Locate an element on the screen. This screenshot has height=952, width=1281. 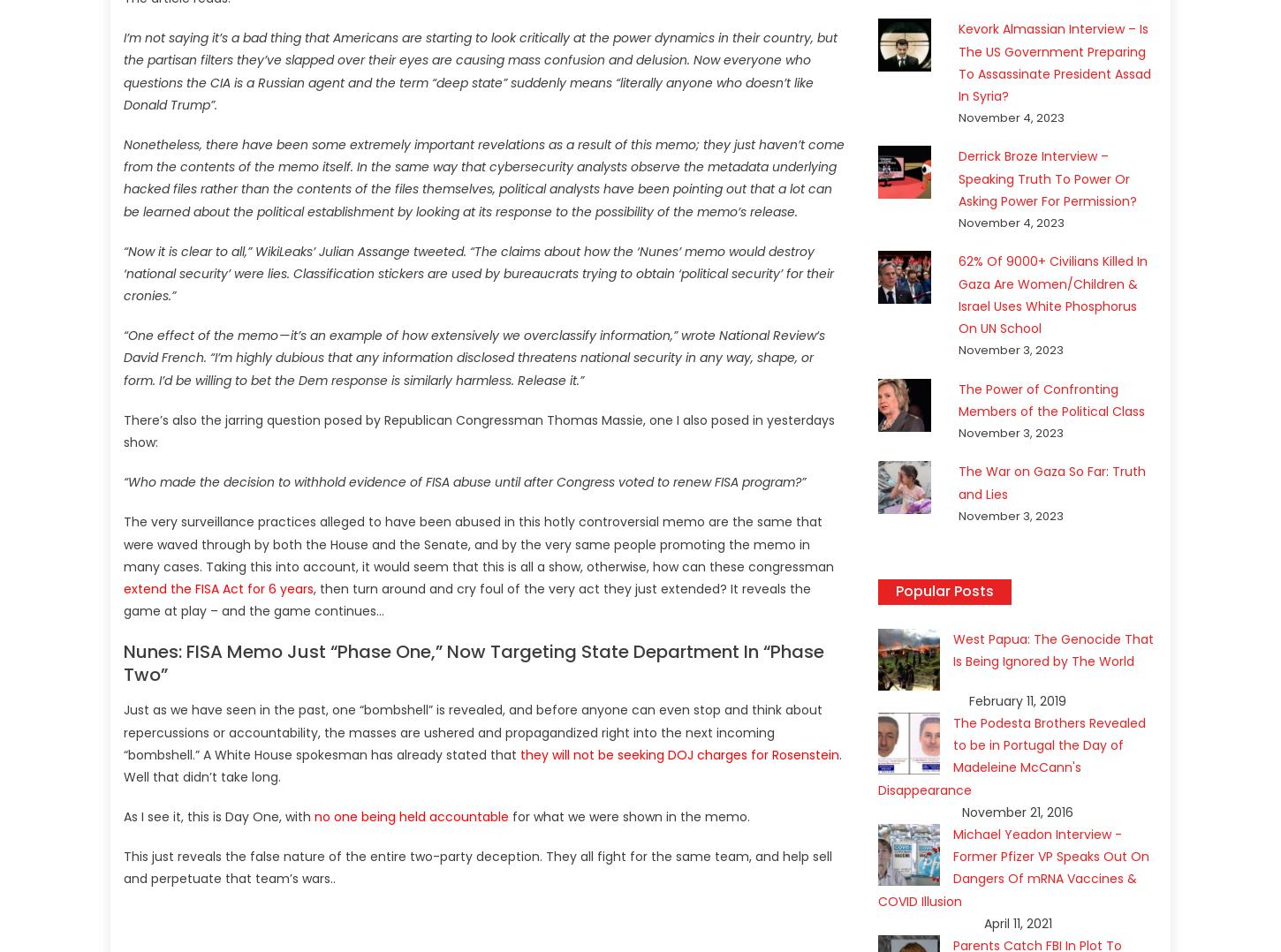
'Kevork Almassian Interview – Is The US Government Preparing To Assassinate President Assad In Syria?' is located at coordinates (1053, 62).